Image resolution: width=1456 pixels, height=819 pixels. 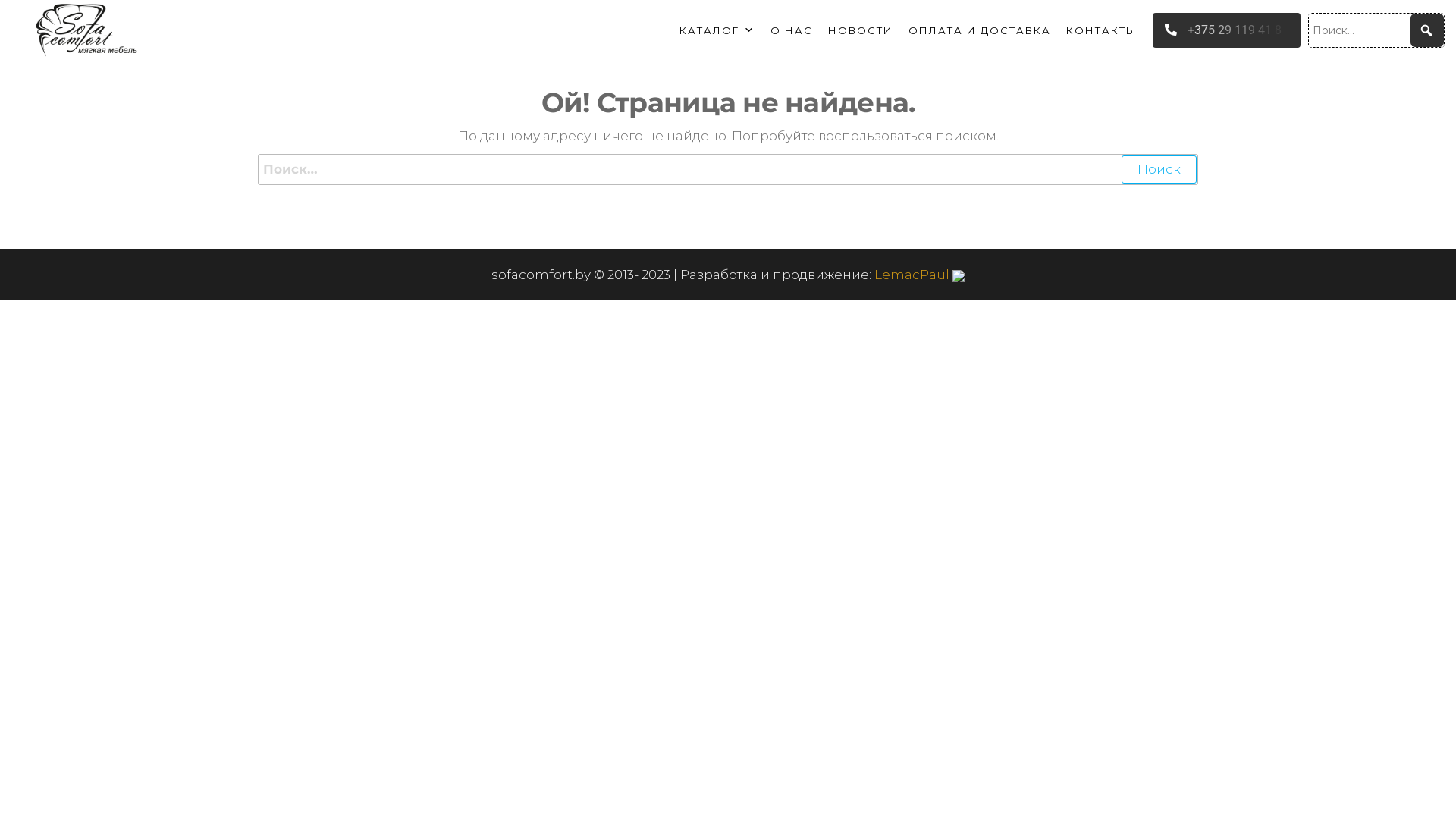 I want to click on '+375 29 119 41 8', so click(x=1226, y=30).